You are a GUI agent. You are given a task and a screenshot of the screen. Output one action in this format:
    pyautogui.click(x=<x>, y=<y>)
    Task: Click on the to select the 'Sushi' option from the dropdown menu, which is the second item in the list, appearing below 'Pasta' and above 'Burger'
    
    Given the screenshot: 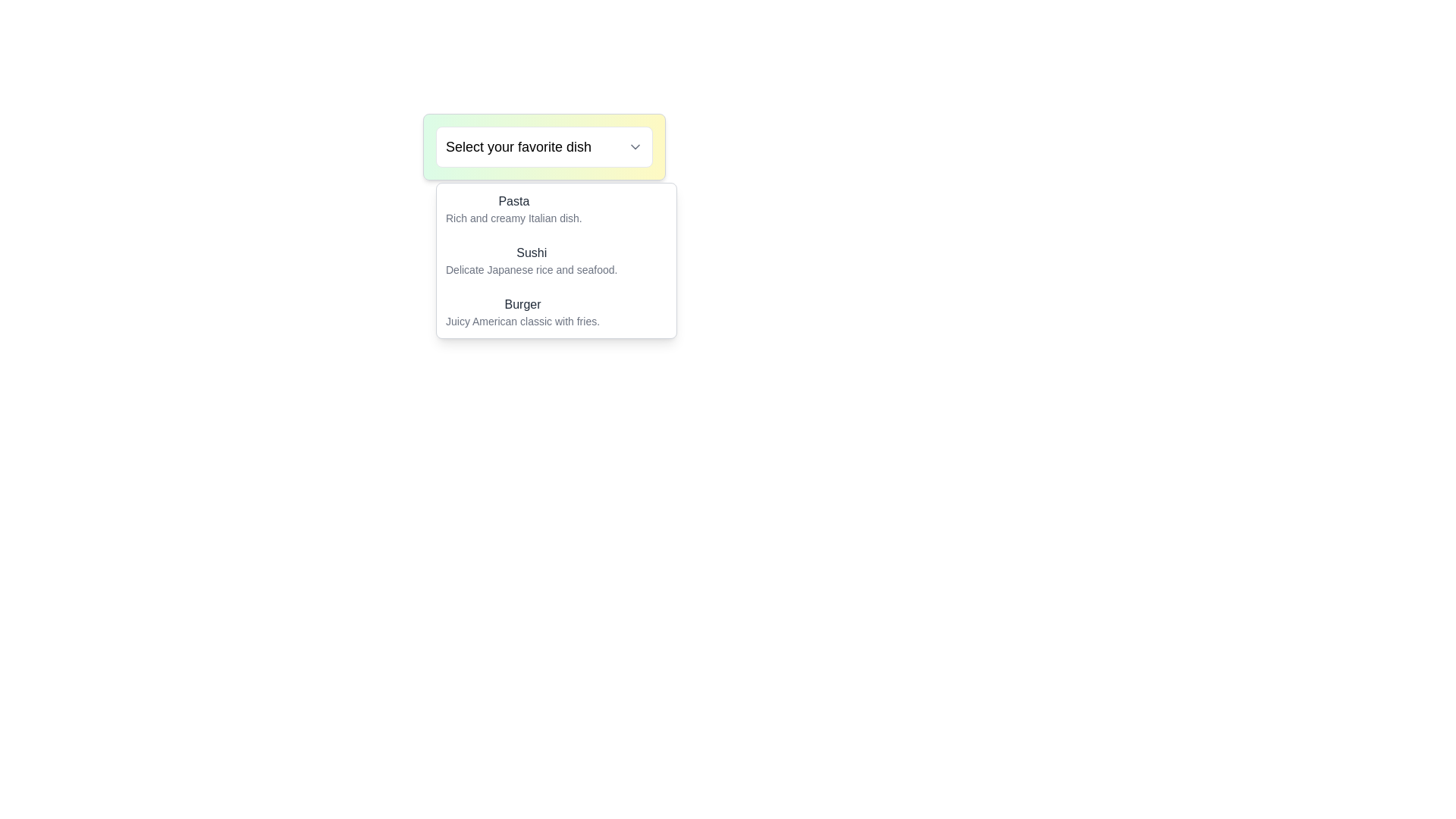 What is the action you would take?
    pyautogui.click(x=531, y=259)
    